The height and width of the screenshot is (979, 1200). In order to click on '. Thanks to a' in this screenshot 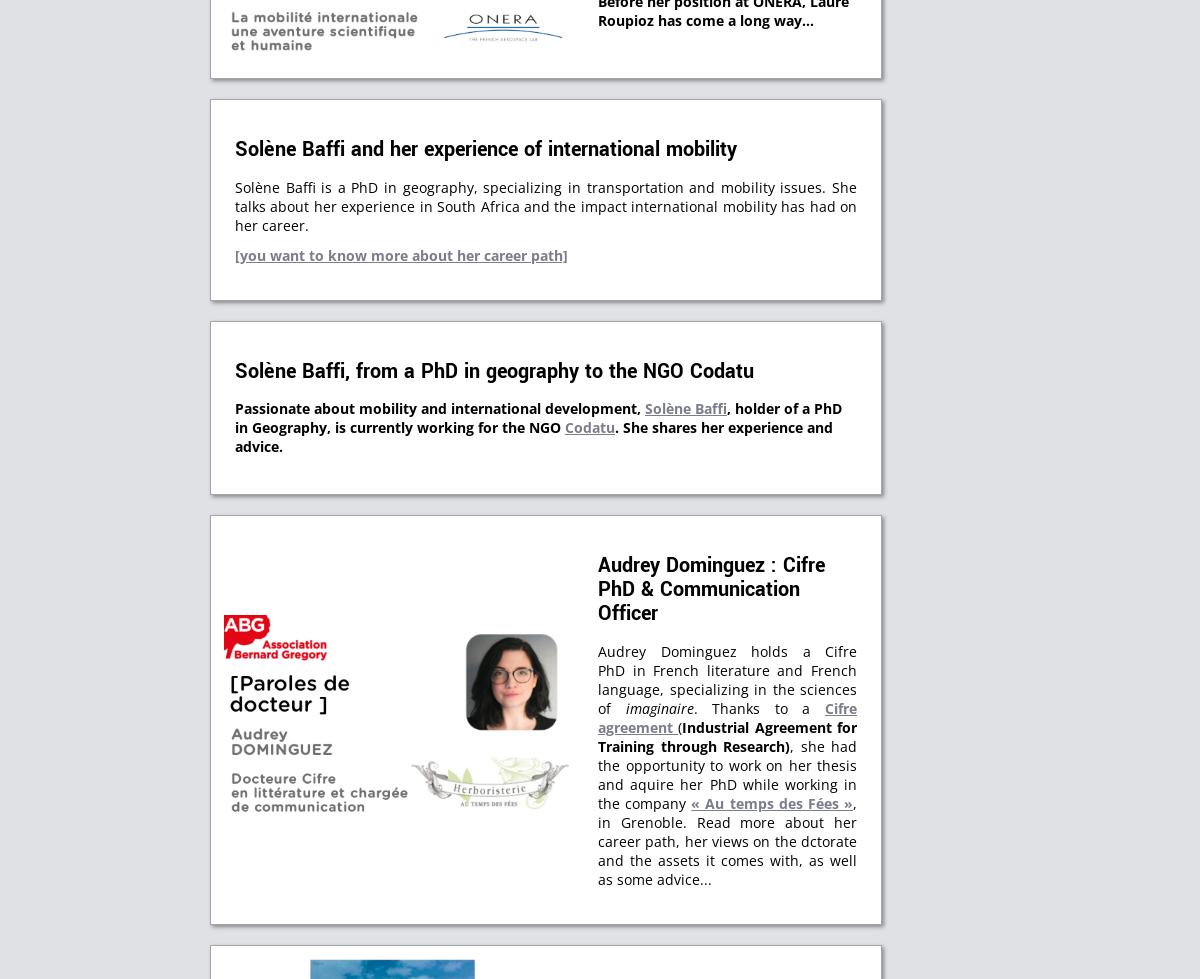, I will do `click(757, 707)`.